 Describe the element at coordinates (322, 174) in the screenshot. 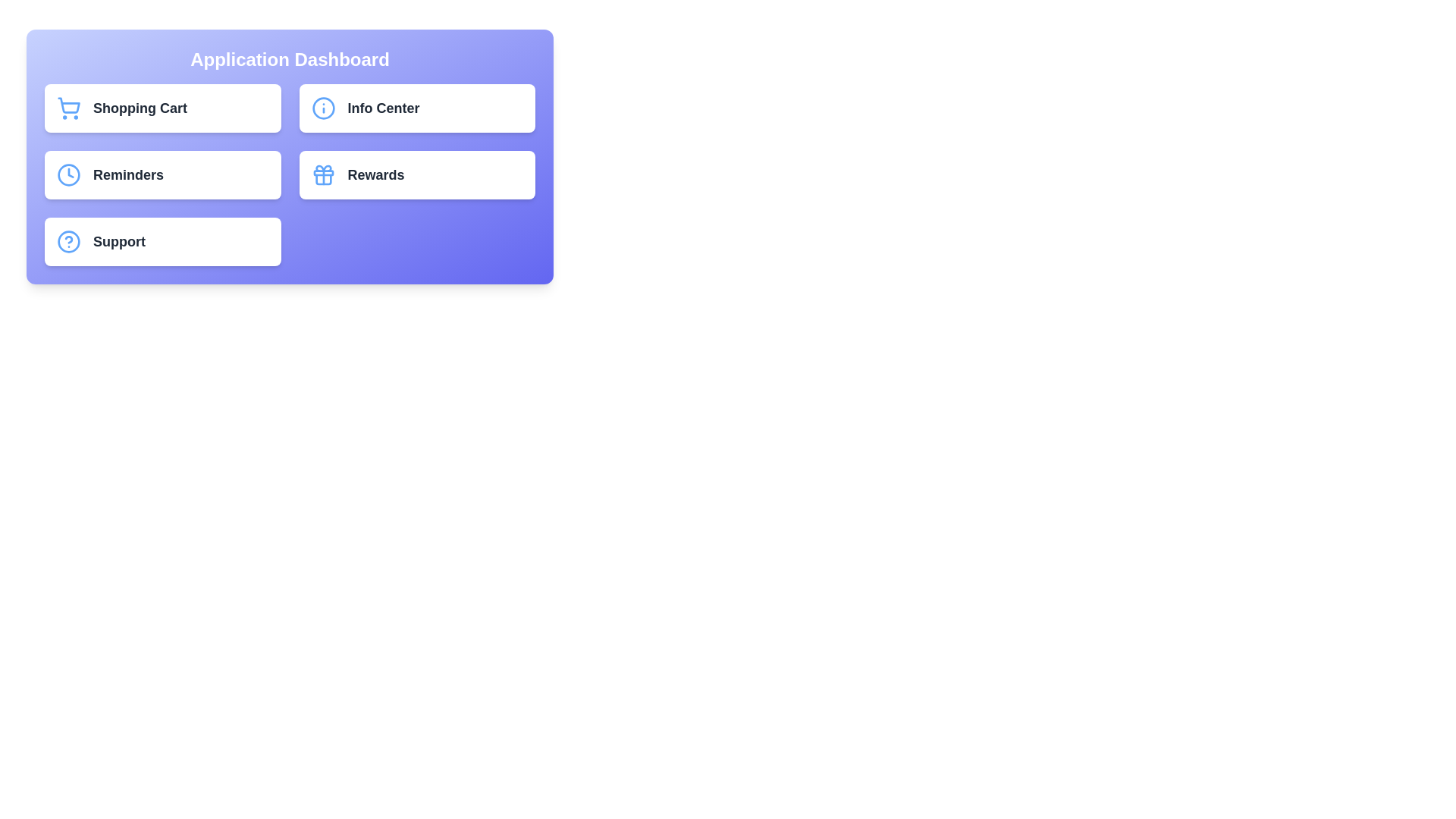

I see `the 'Rewards' icon located on the right side of the second row of options under the 'Application Dashboard' header` at that location.